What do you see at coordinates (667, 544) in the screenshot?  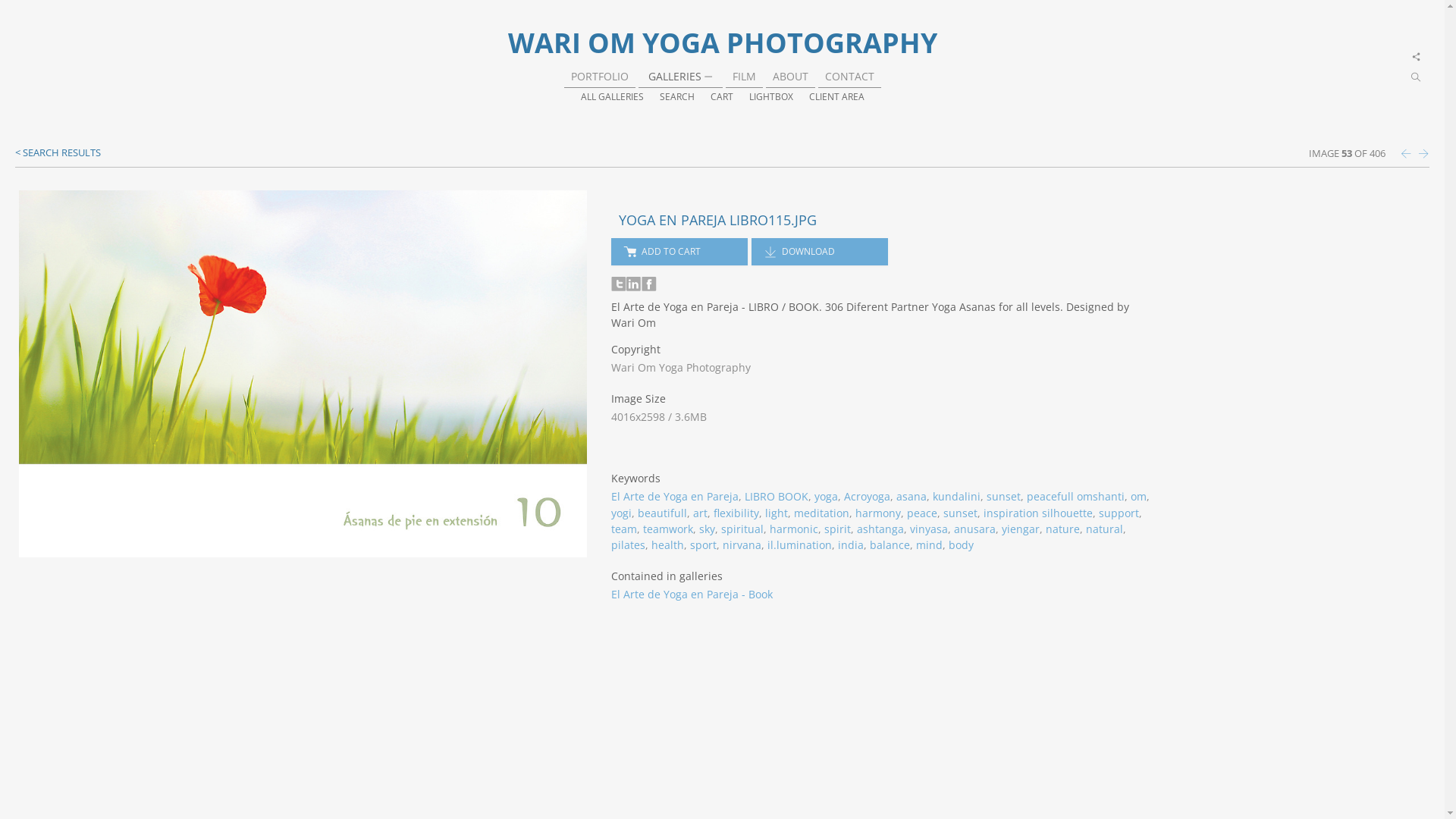 I see `'health'` at bounding box center [667, 544].